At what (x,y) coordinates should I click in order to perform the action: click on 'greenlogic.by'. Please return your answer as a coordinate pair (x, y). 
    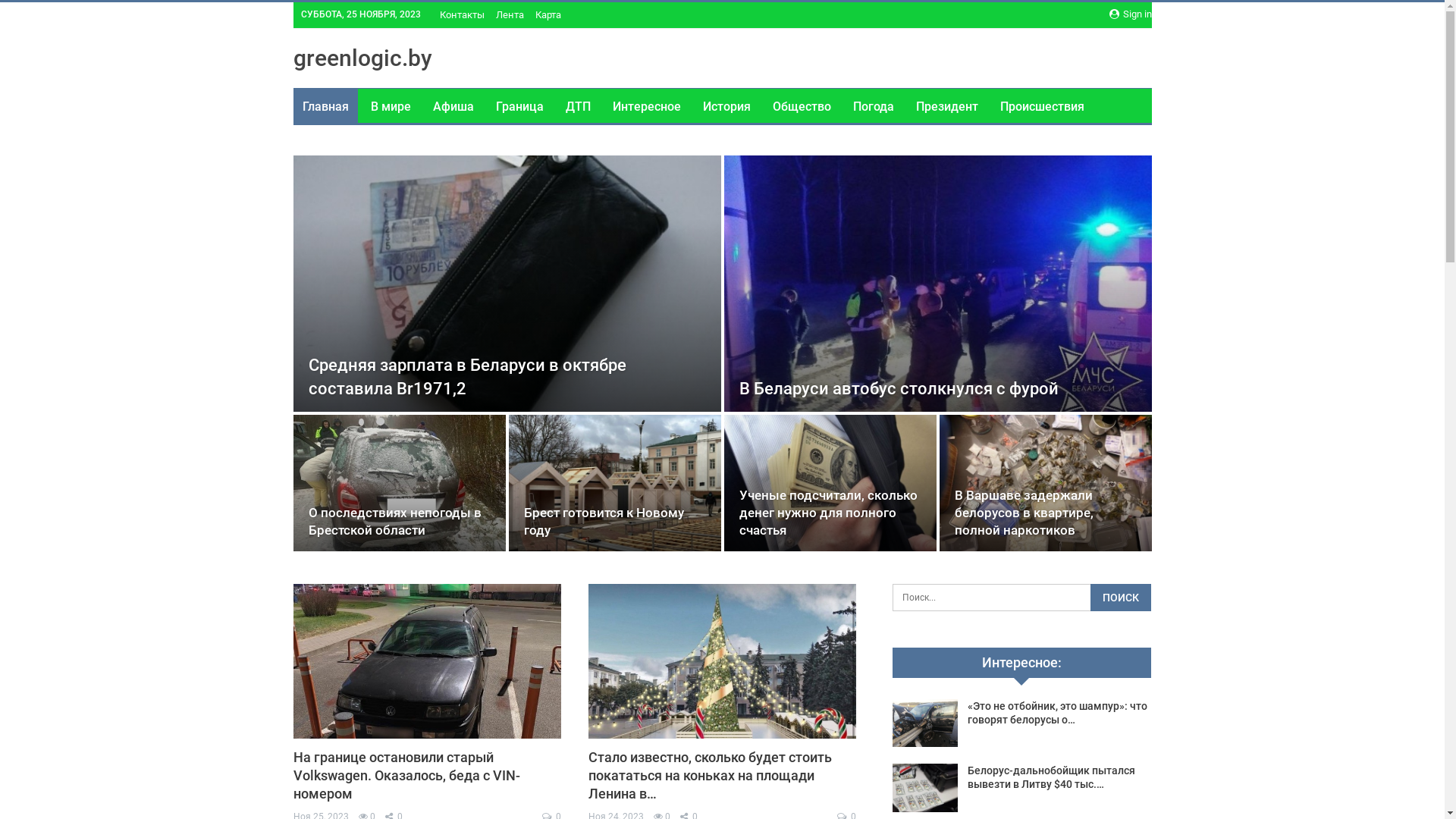
    Looking at the image, I should click on (361, 57).